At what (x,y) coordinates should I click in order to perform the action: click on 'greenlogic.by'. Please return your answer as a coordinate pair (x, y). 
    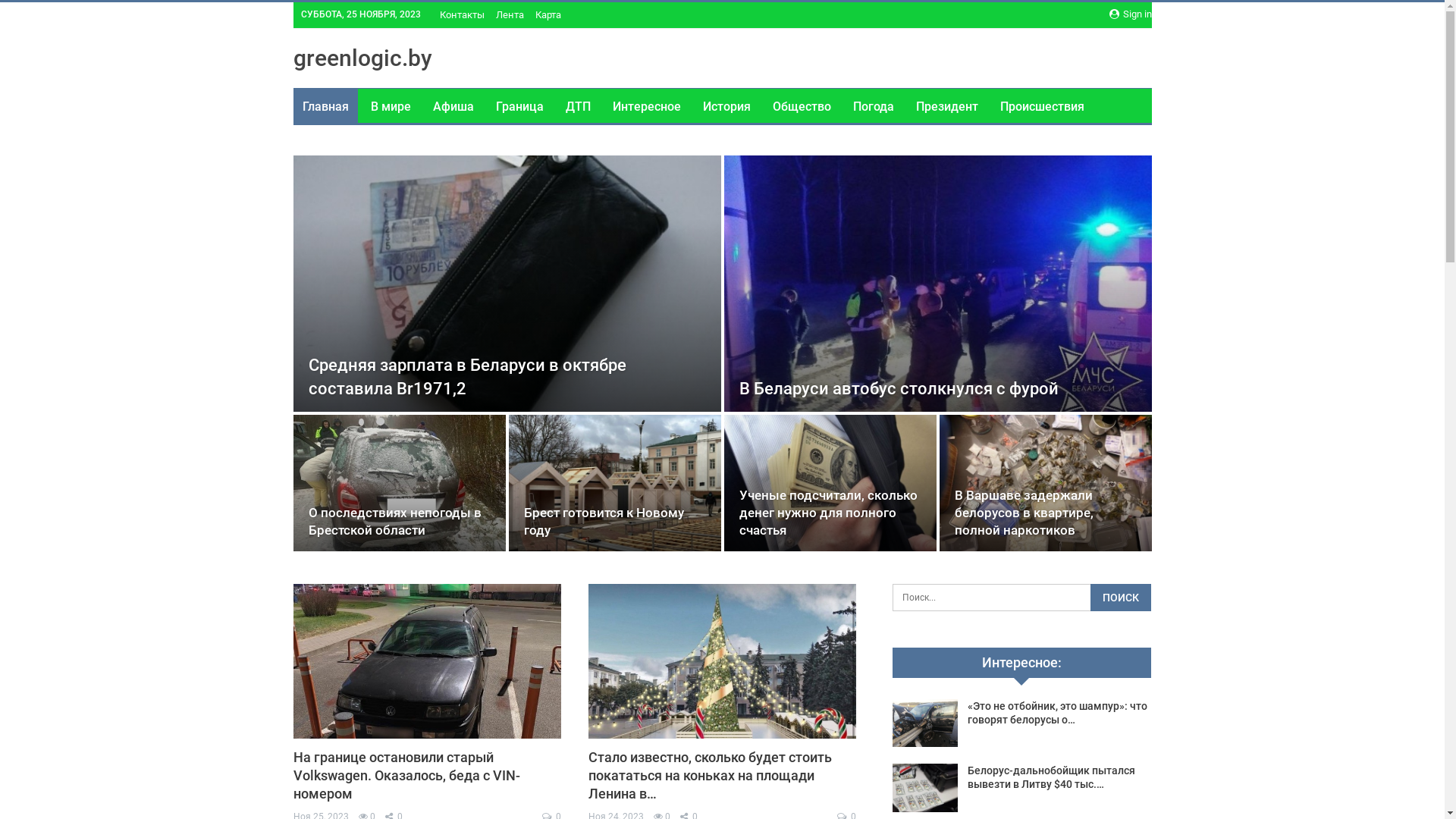
    Looking at the image, I should click on (361, 57).